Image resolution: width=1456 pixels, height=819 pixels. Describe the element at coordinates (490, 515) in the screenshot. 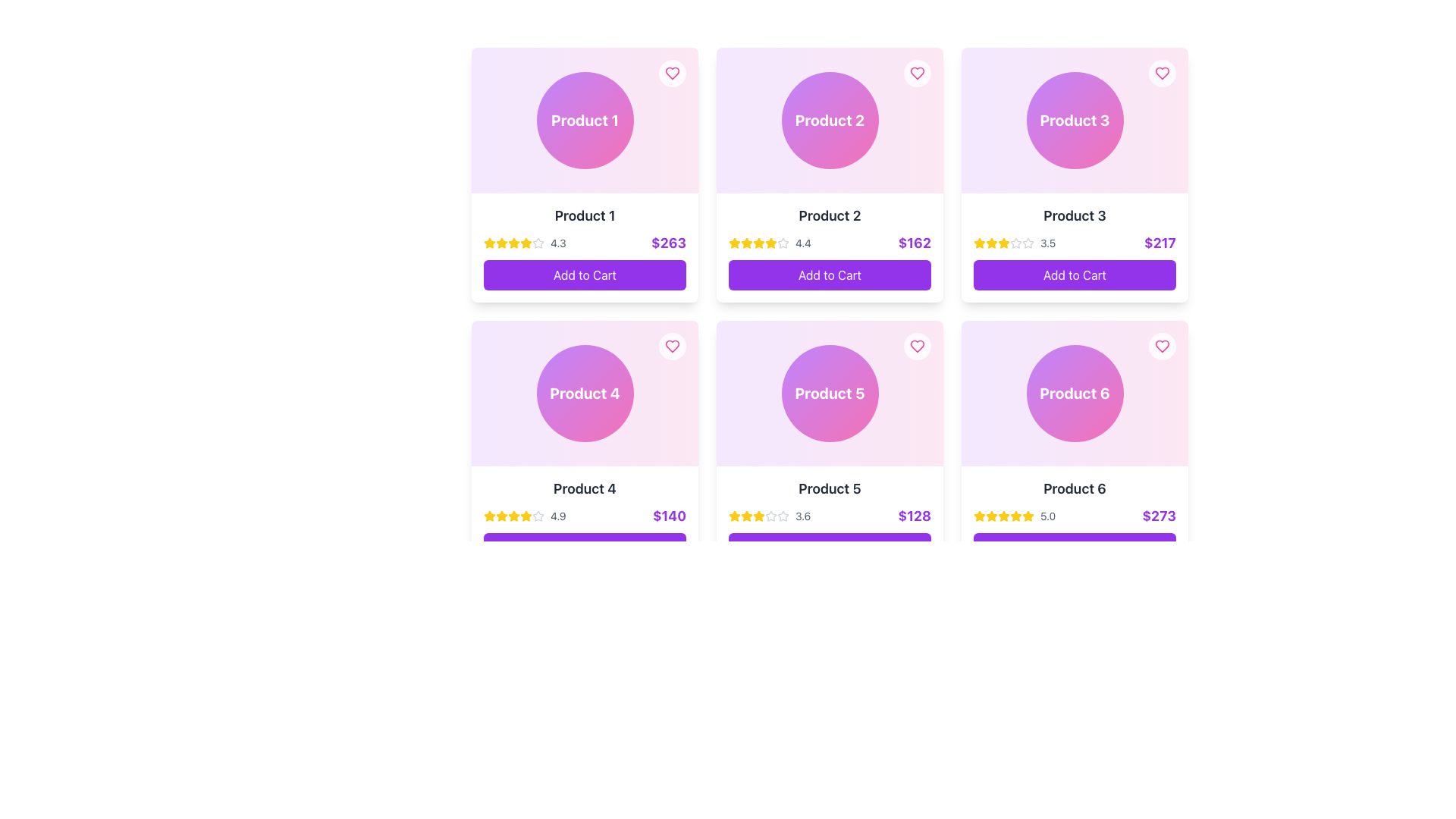

I see `the yellow four-pointed star icon associated with the rating system, located under the 'Product 4' section in the grid layout` at that location.